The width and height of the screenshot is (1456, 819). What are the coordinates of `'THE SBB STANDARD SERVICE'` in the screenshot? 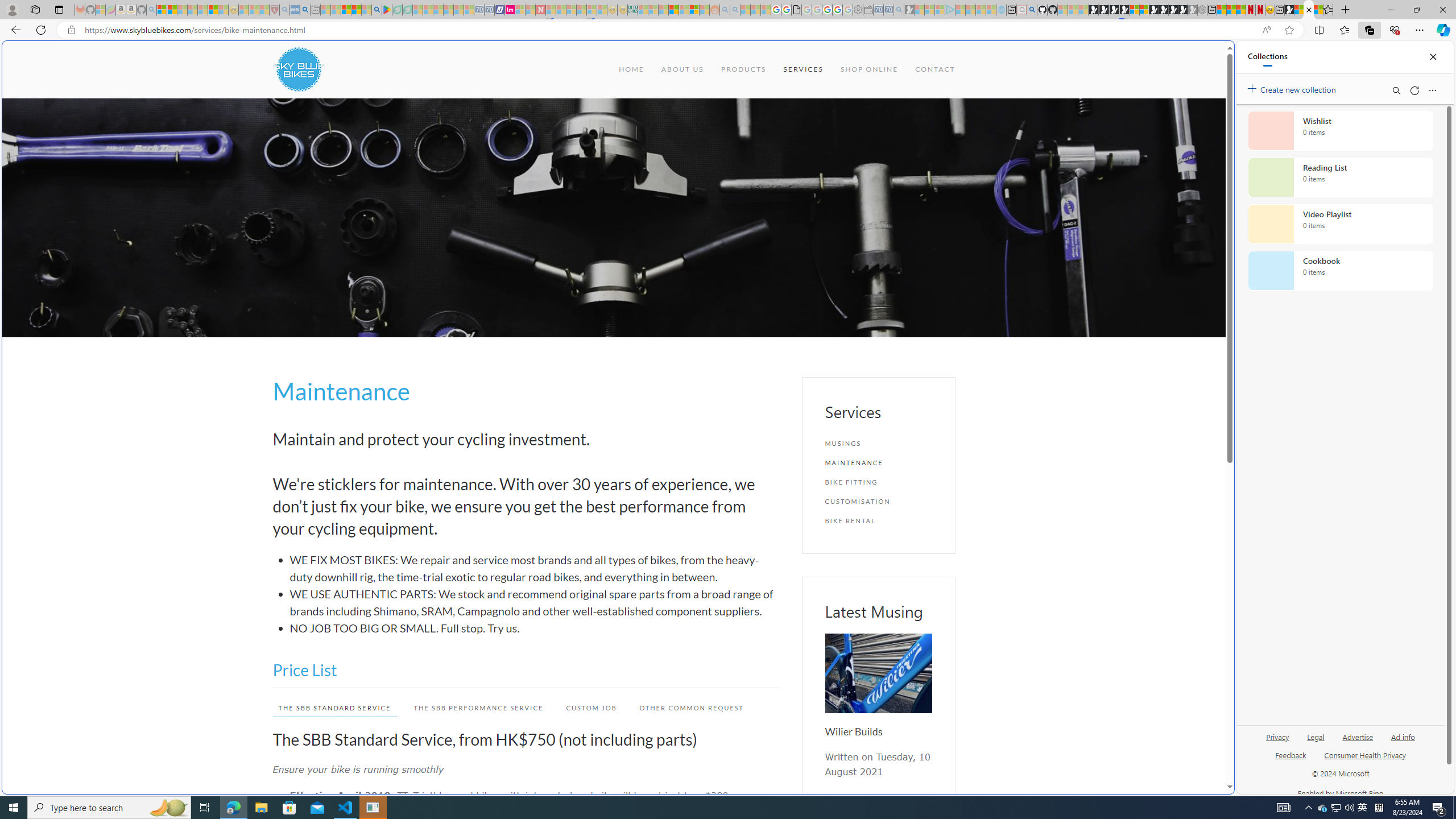 It's located at (329, 708).